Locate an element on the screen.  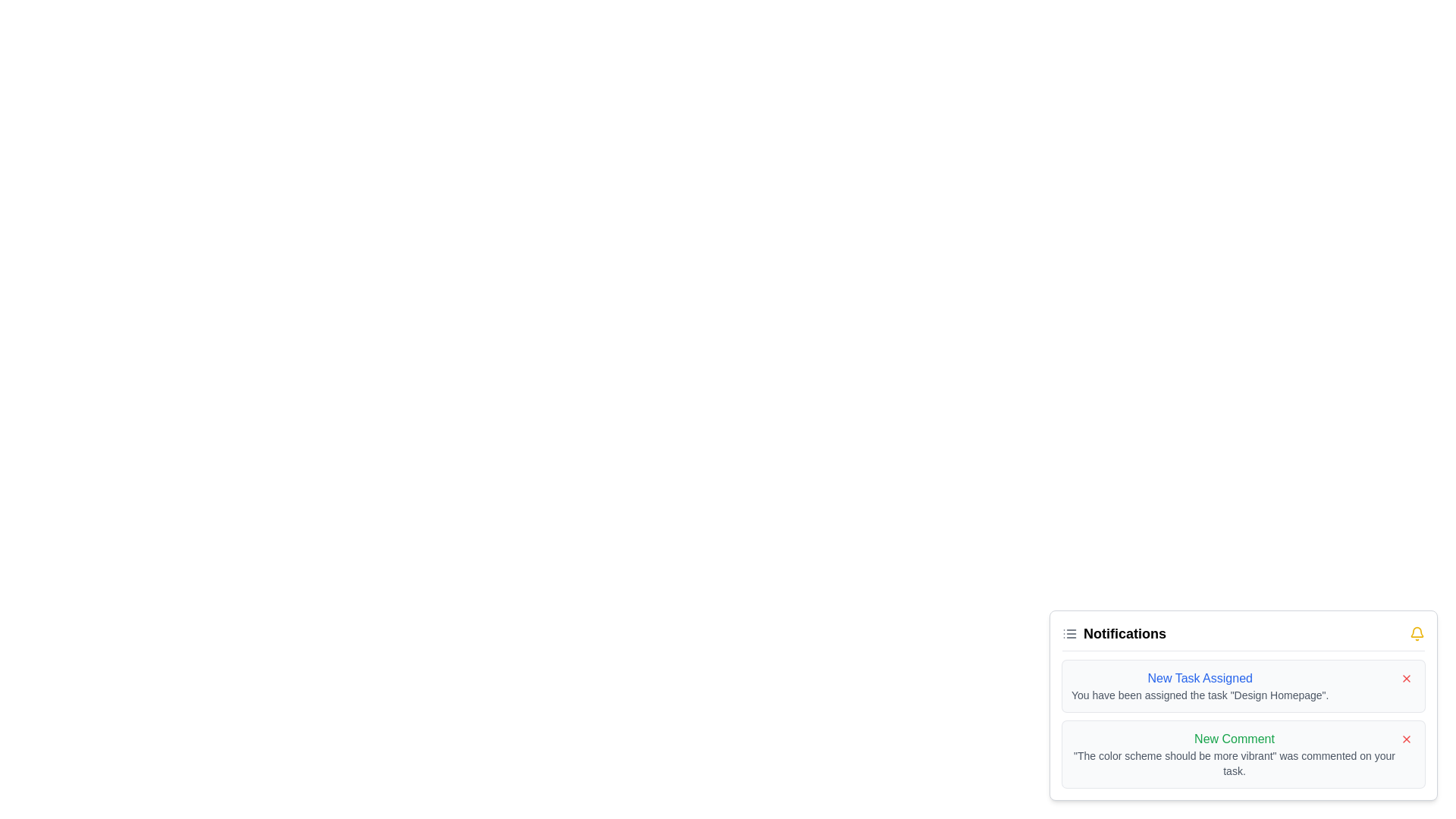
the notification icon located in the top-right corner of the small notification panel, which serves as a visual cue for available notifications is located at coordinates (1416, 632).